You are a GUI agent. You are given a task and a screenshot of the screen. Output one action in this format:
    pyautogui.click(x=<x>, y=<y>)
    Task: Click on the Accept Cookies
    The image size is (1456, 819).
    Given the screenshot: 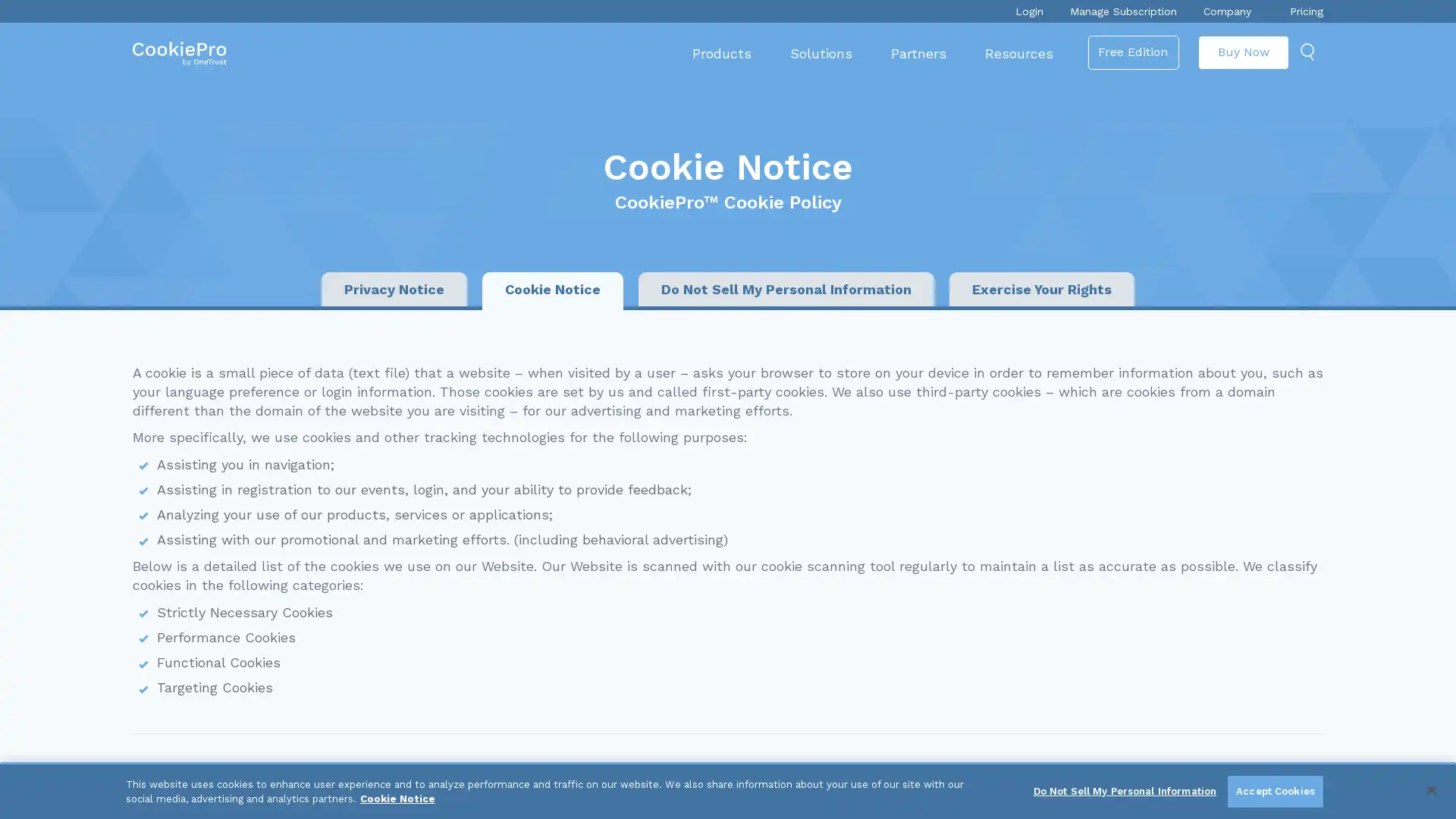 What is the action you would take?
    pyautogui.click(x=1274, y=791)
    